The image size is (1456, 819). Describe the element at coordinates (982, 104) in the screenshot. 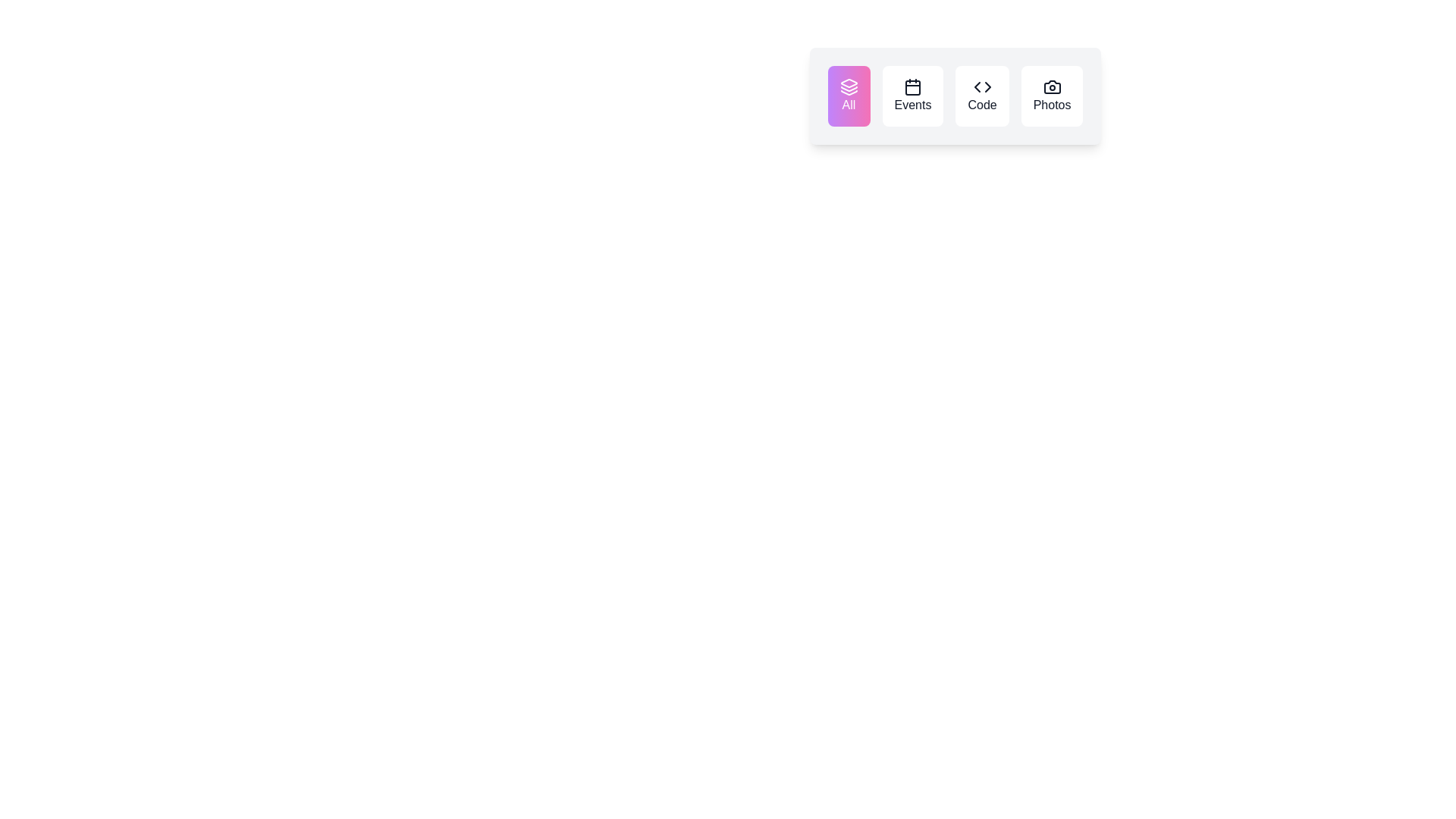

I see `the 'Code' menu item, which is the text label styled in a readable font located within the third item of a horizontal menu bar, positioned between 'Events' and 'Photos'` at that location.